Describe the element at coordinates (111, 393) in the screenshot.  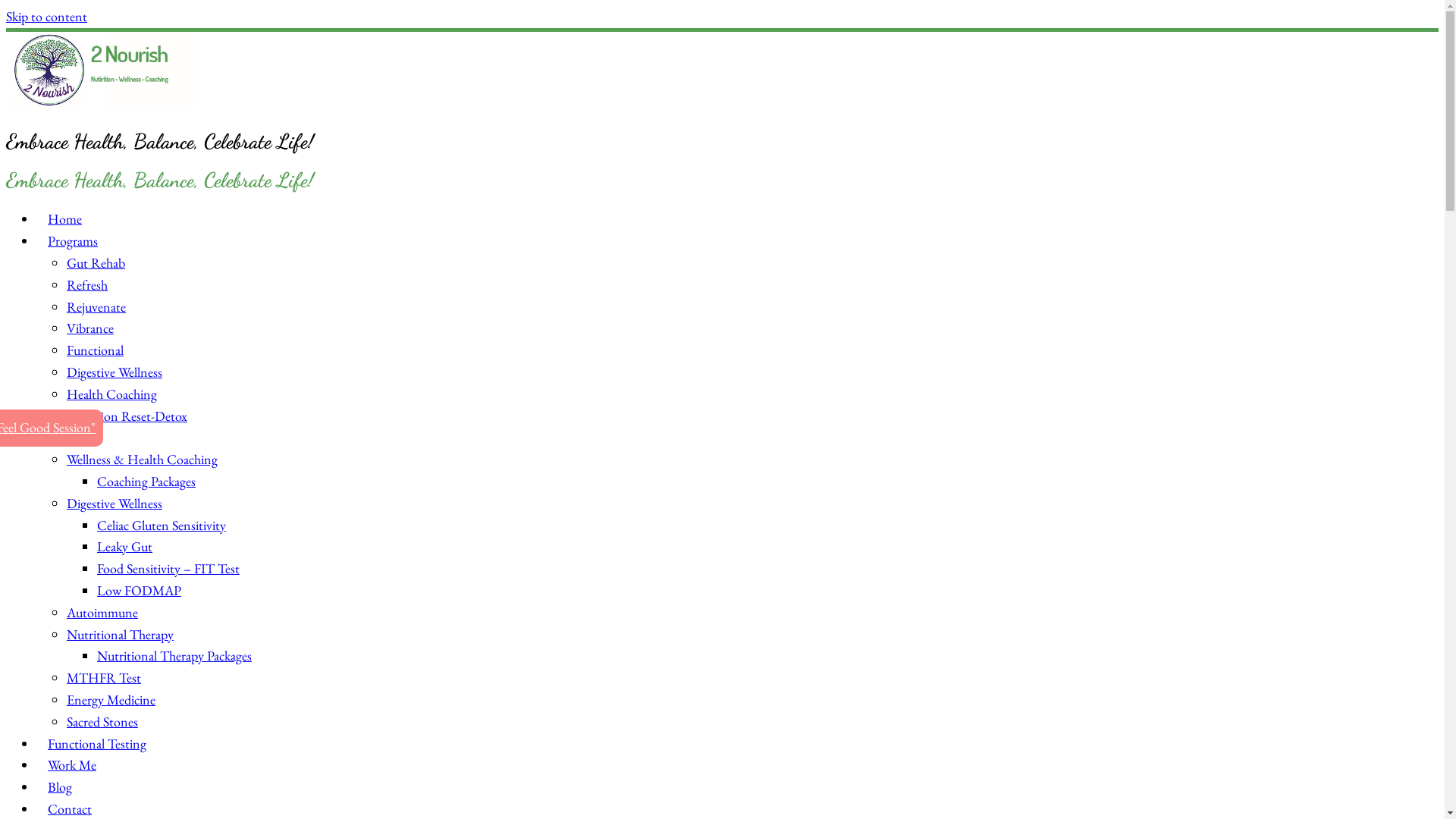
I see `'Health Coaching'` at that location.